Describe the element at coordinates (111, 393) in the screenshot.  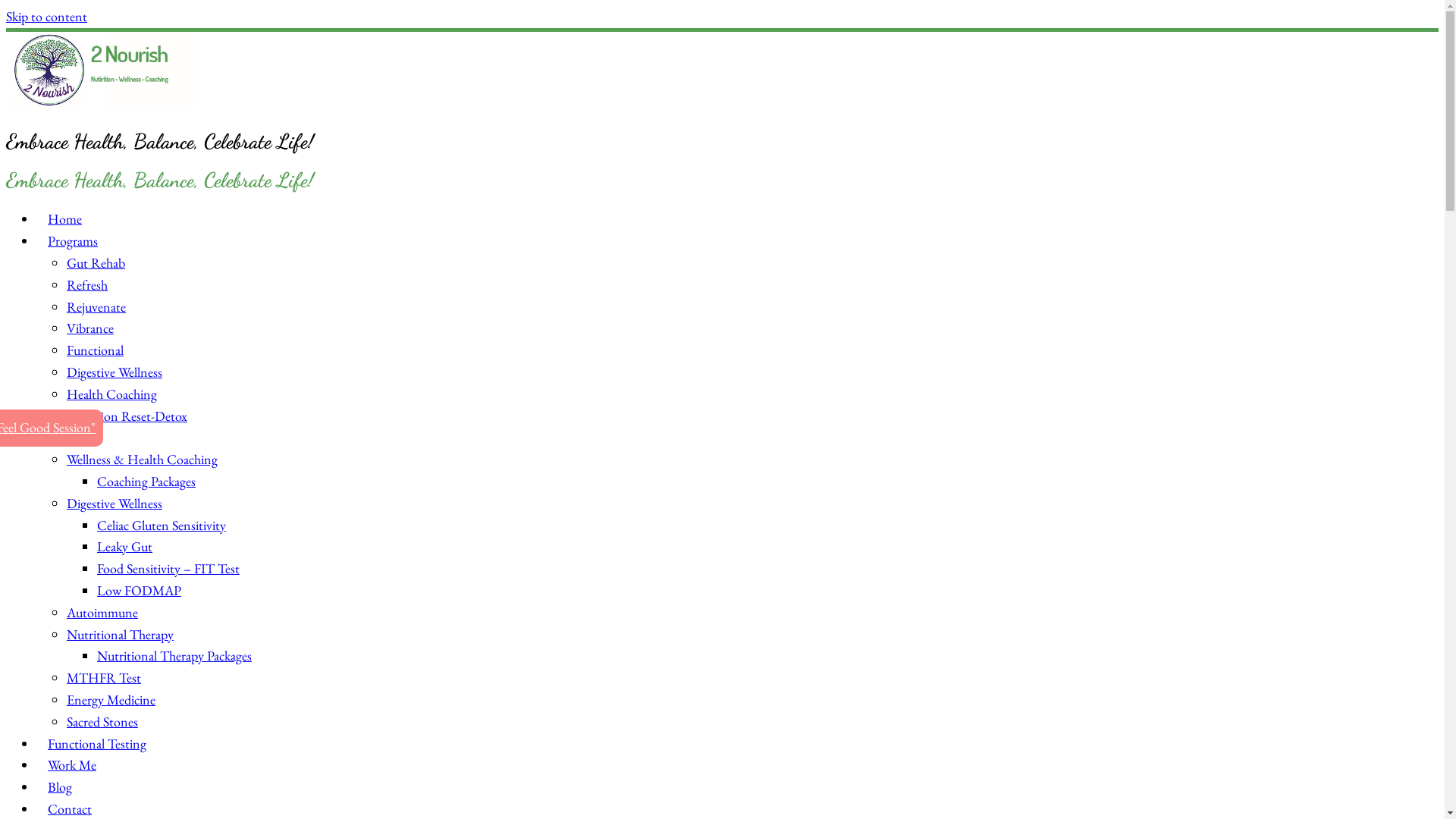
I see `'Health Coaching'` at that location.